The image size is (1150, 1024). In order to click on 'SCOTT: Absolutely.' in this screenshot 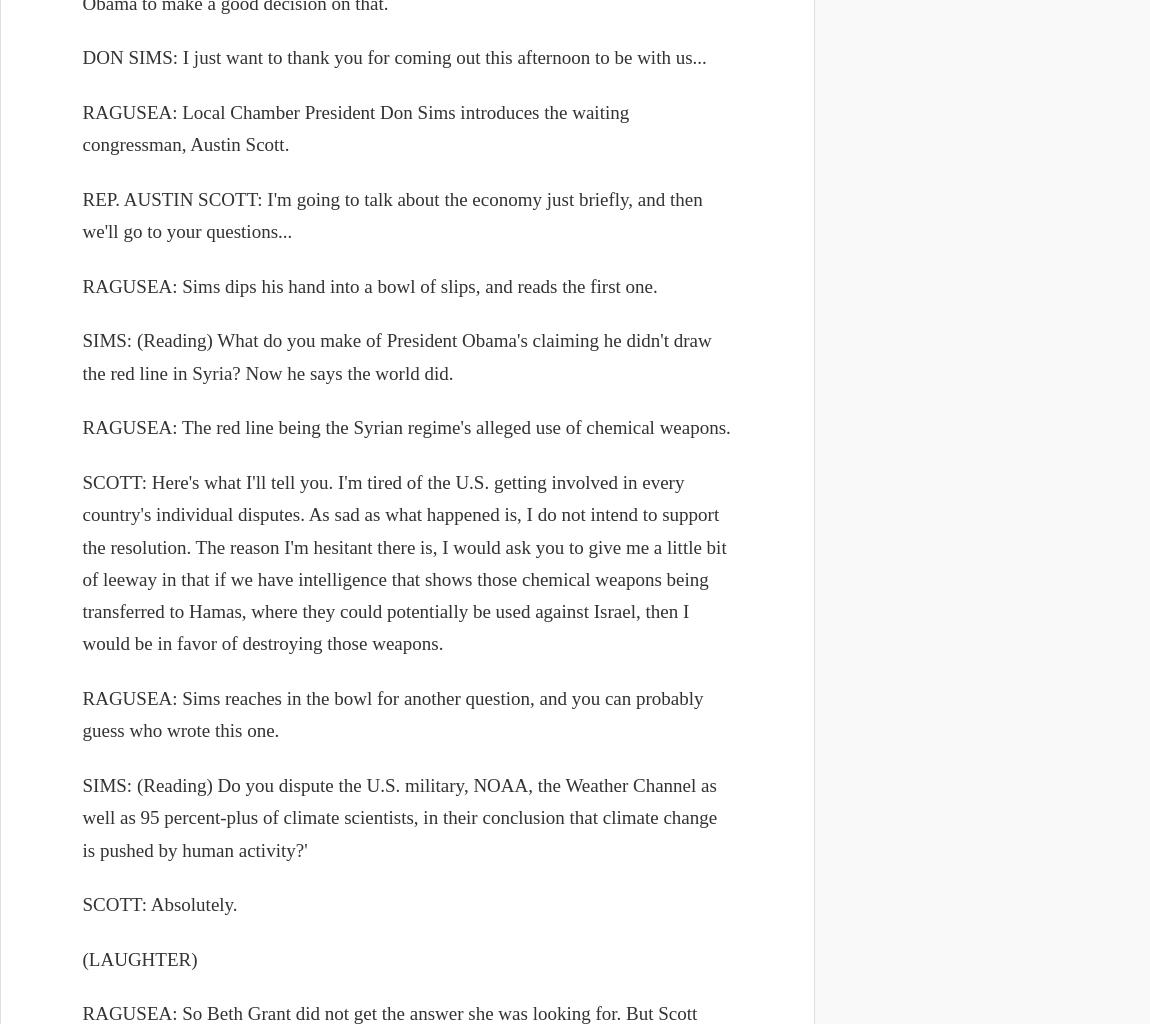, I will do `click(158, 903)`.